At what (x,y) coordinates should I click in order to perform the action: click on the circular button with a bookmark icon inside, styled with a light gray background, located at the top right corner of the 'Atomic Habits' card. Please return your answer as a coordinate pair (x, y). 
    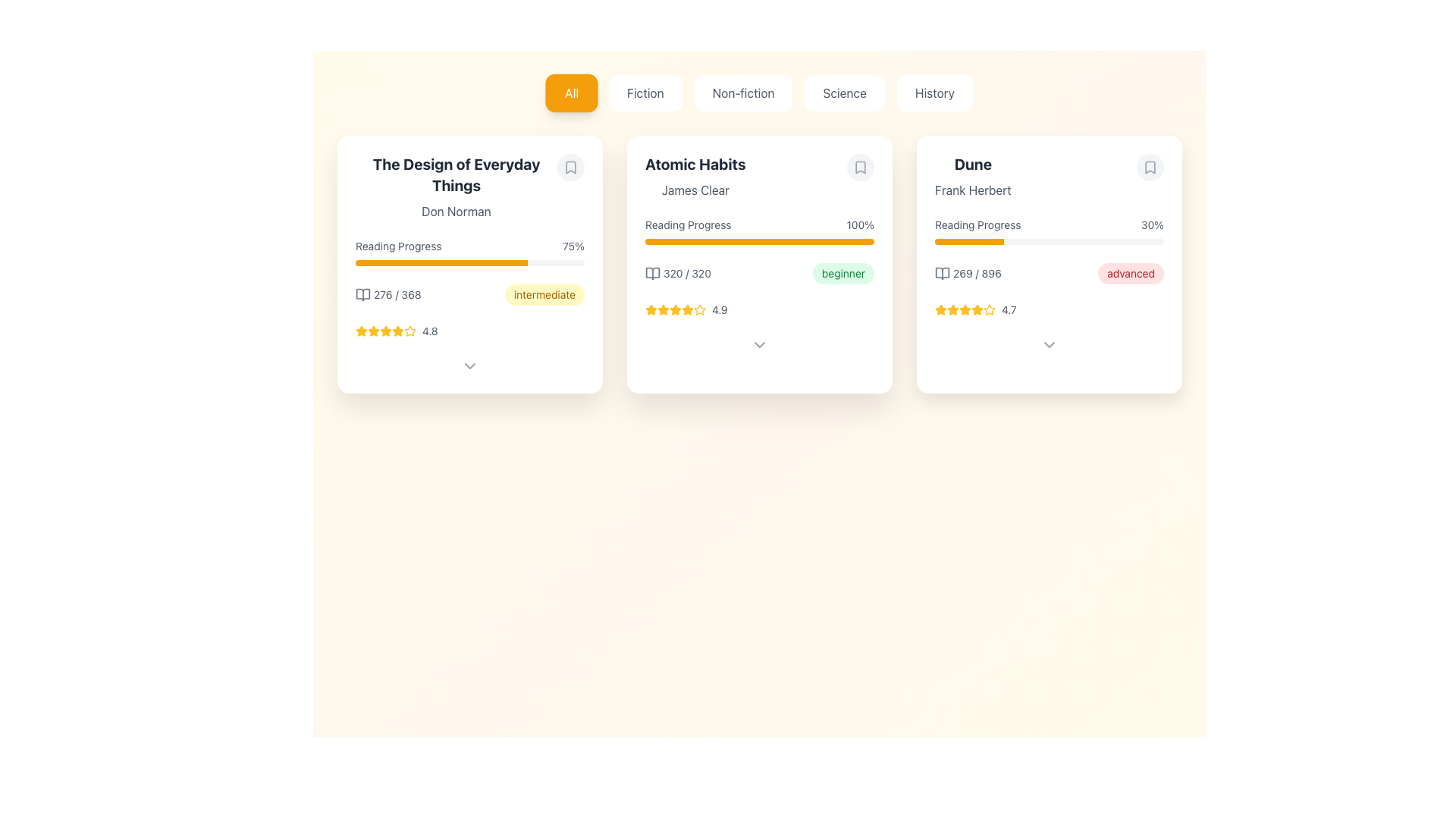
    Looking at the image, I should click on (860, 167).